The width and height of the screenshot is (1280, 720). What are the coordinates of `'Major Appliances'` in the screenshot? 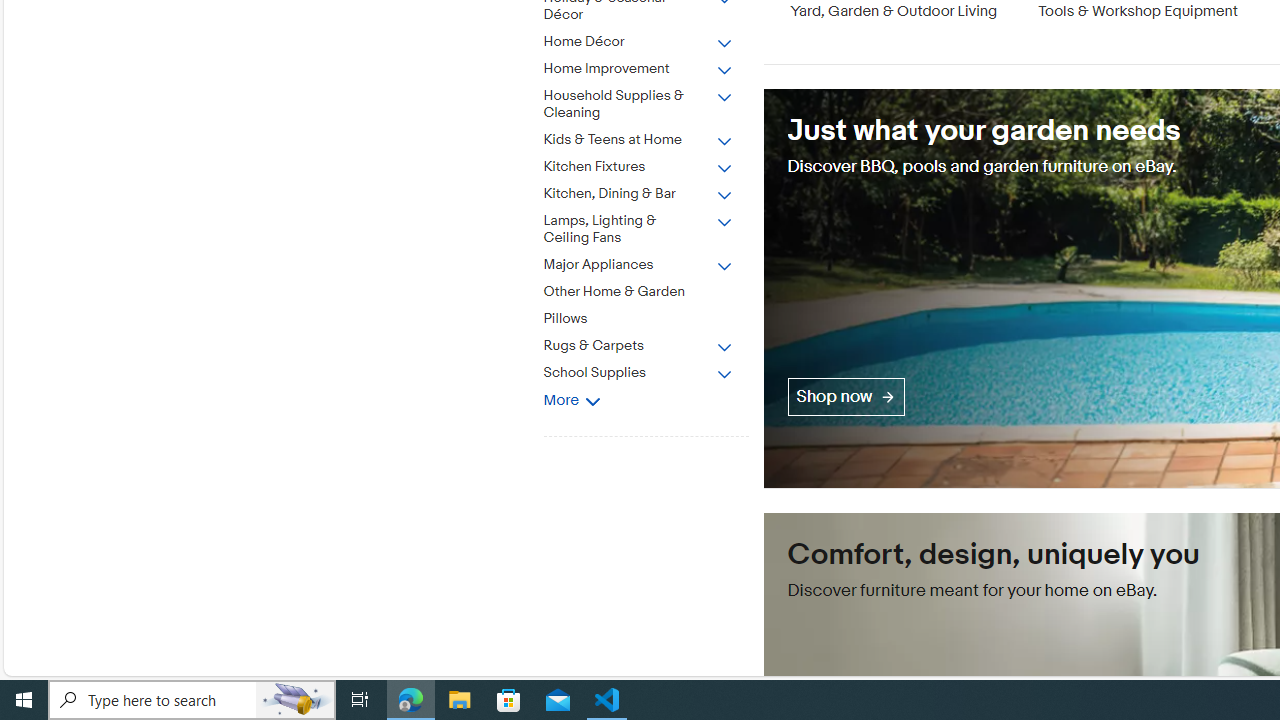 It's located at (653, 260).